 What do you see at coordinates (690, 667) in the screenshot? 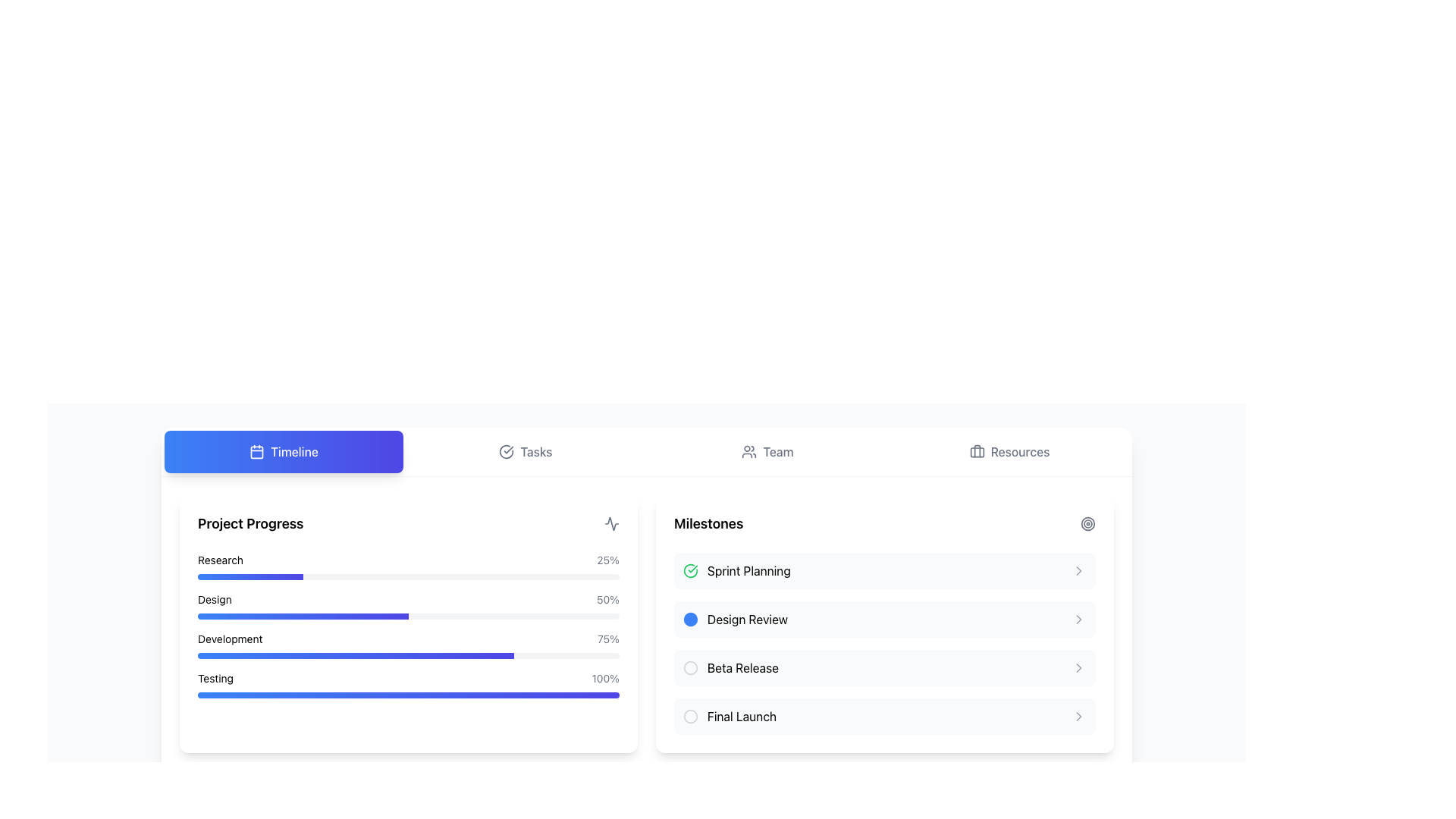
I see `the appearance of the status icon associated with the 'Beta Release' milestone located in the 'Milestones' section of the interface` at bounding box center [690, 667].